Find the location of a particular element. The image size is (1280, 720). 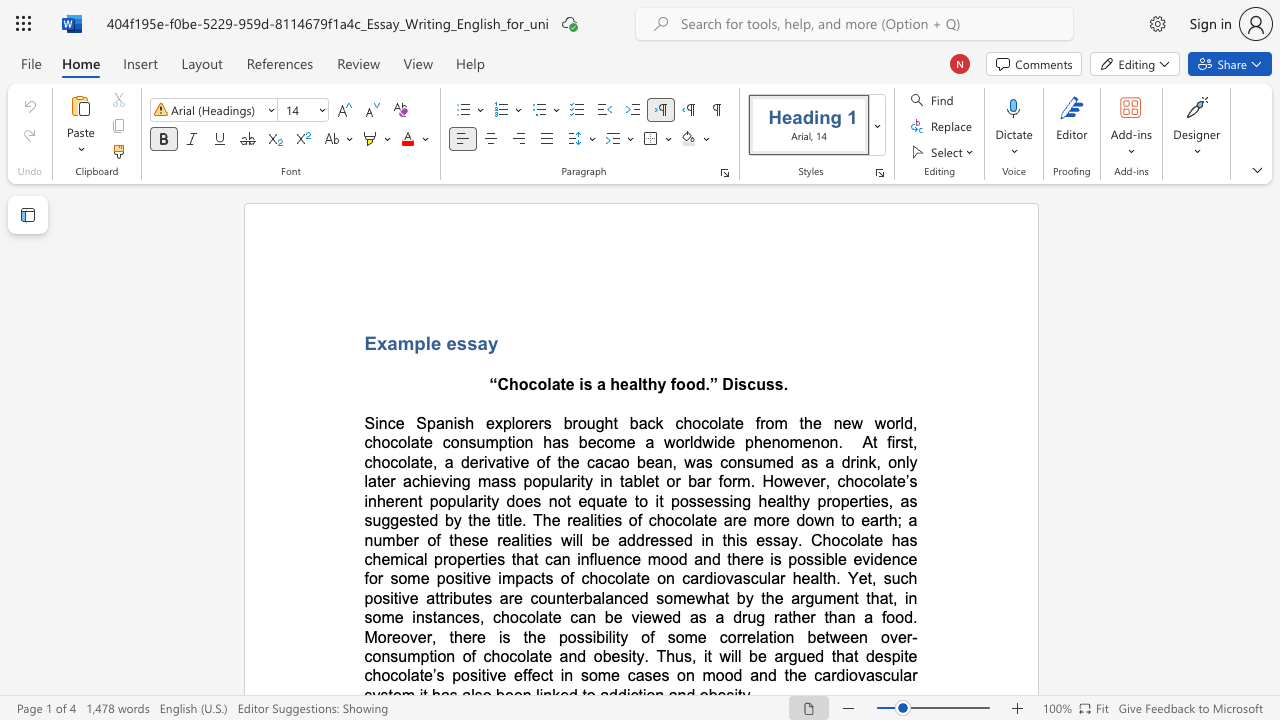

the subset text "form. However, chocolate’s inhe" within the text "At first, chocolate, a derivative of the cacao bean, was consumed as a drink, only later achieving mass popularity in tablet or bar form. However, chocolate’s inherent popularity does not equate to it" is located at coordinates (718, 481).